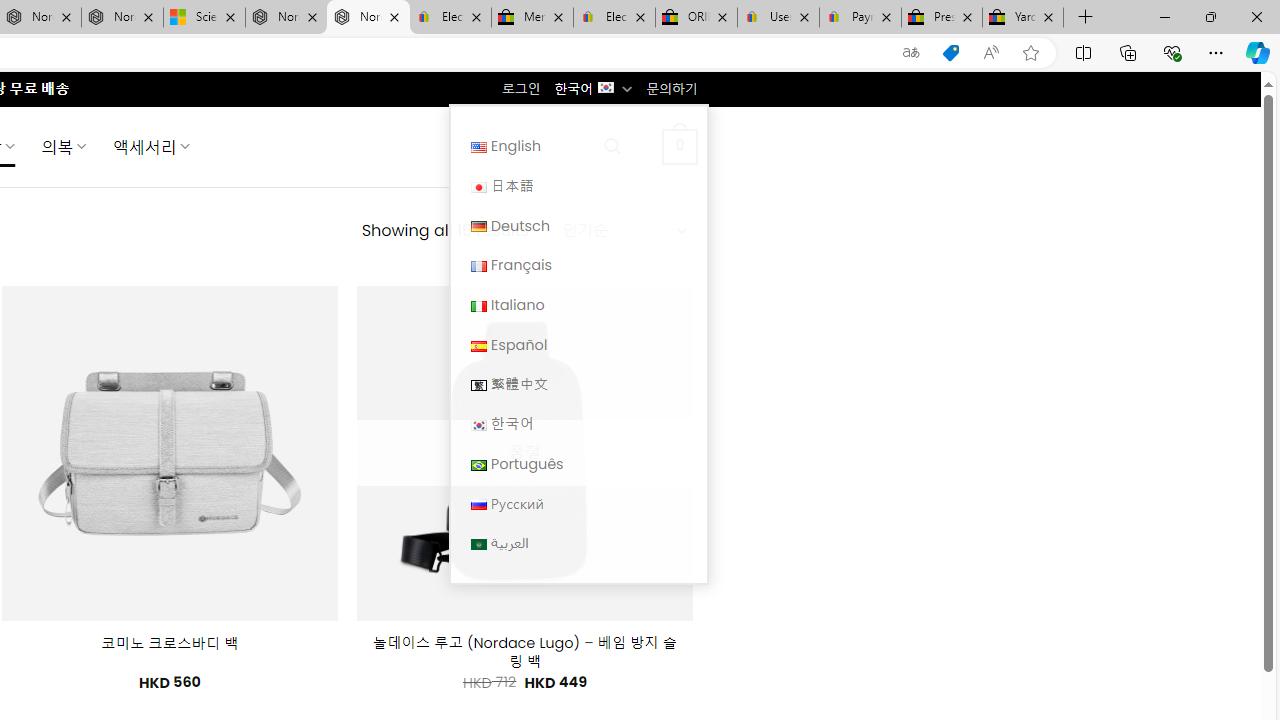  Describe the element at coordinates (477, 146) in the screenshot. I see `'English'` at that location.